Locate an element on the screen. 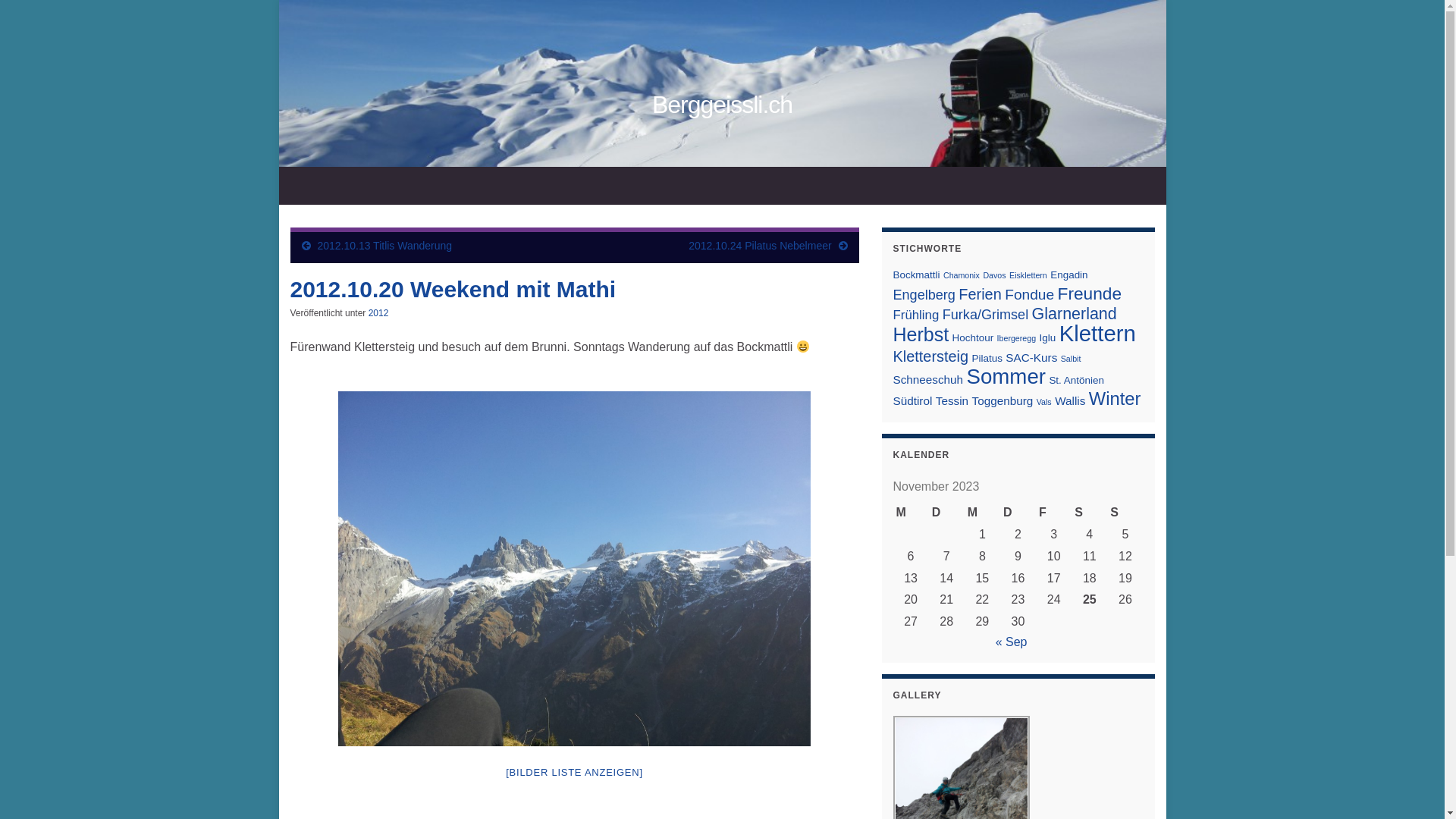  '[BILDER LISTE ANZEIGEN]' is located at coordinates (506, 772).